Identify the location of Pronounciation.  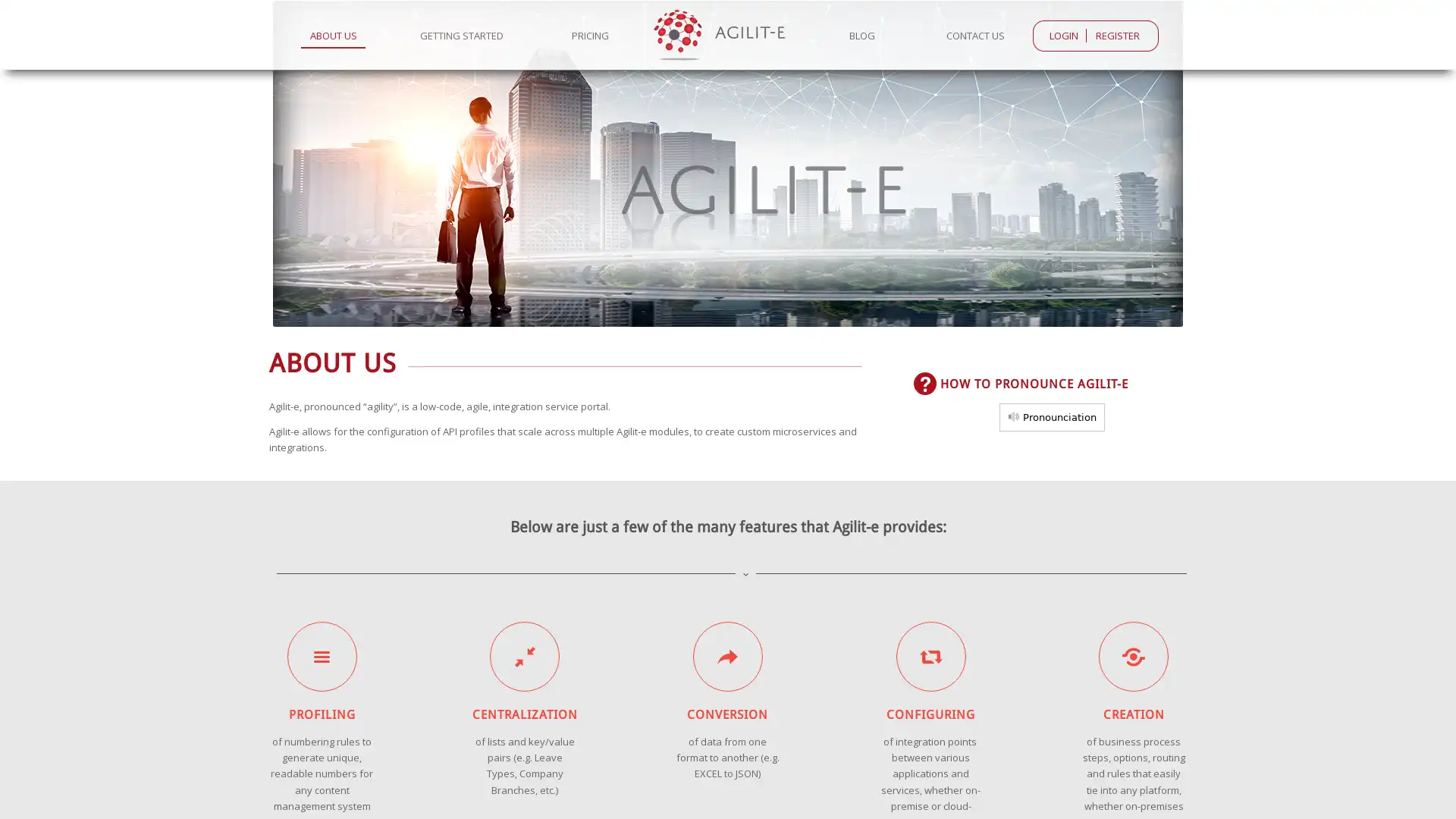
(1051, 416).